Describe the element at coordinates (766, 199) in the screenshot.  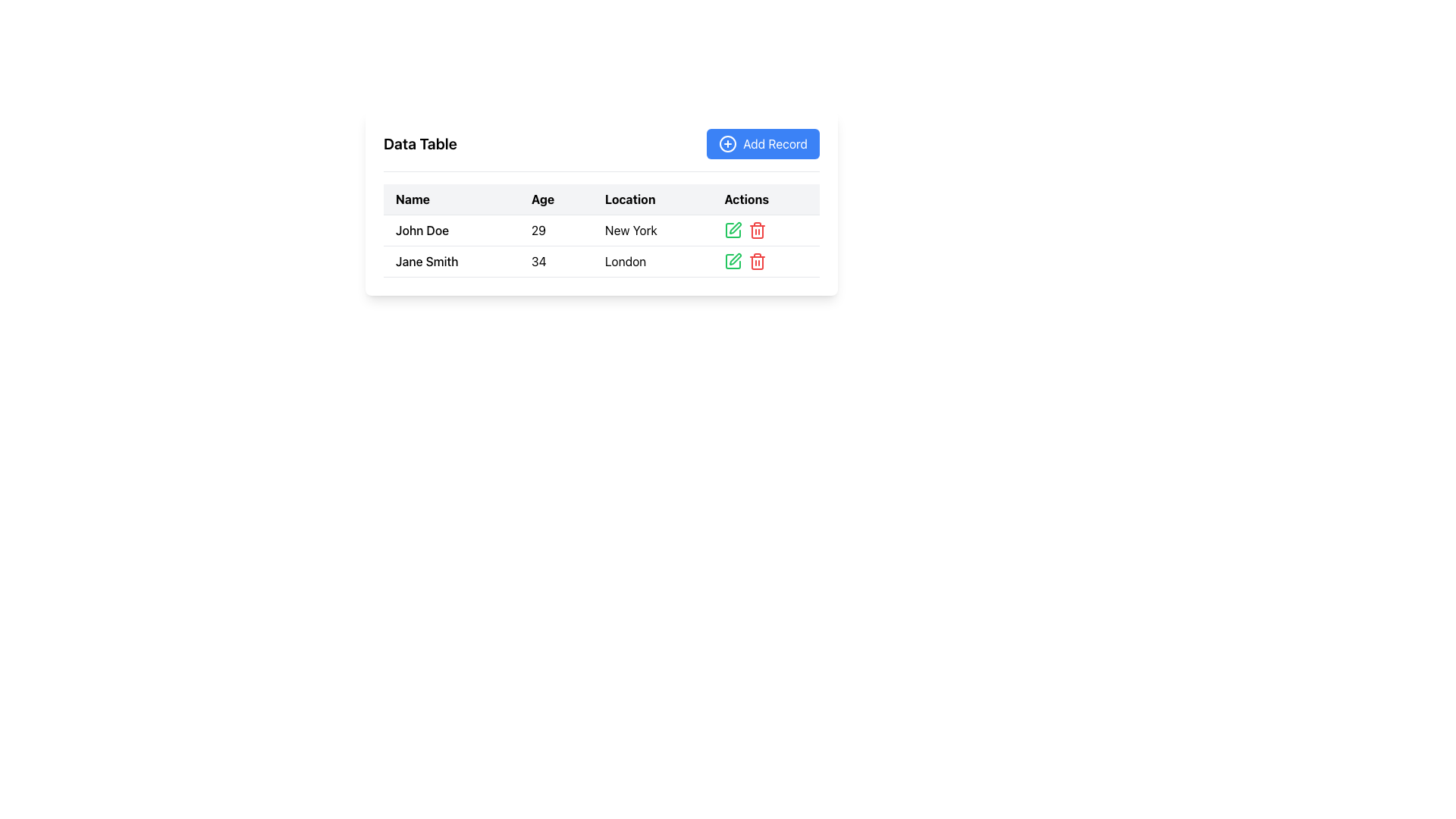
I see `the 'Actions' column header in the table, which is the fourth column header located on the far-right, adjacent to the 'Location' column header` at that location.